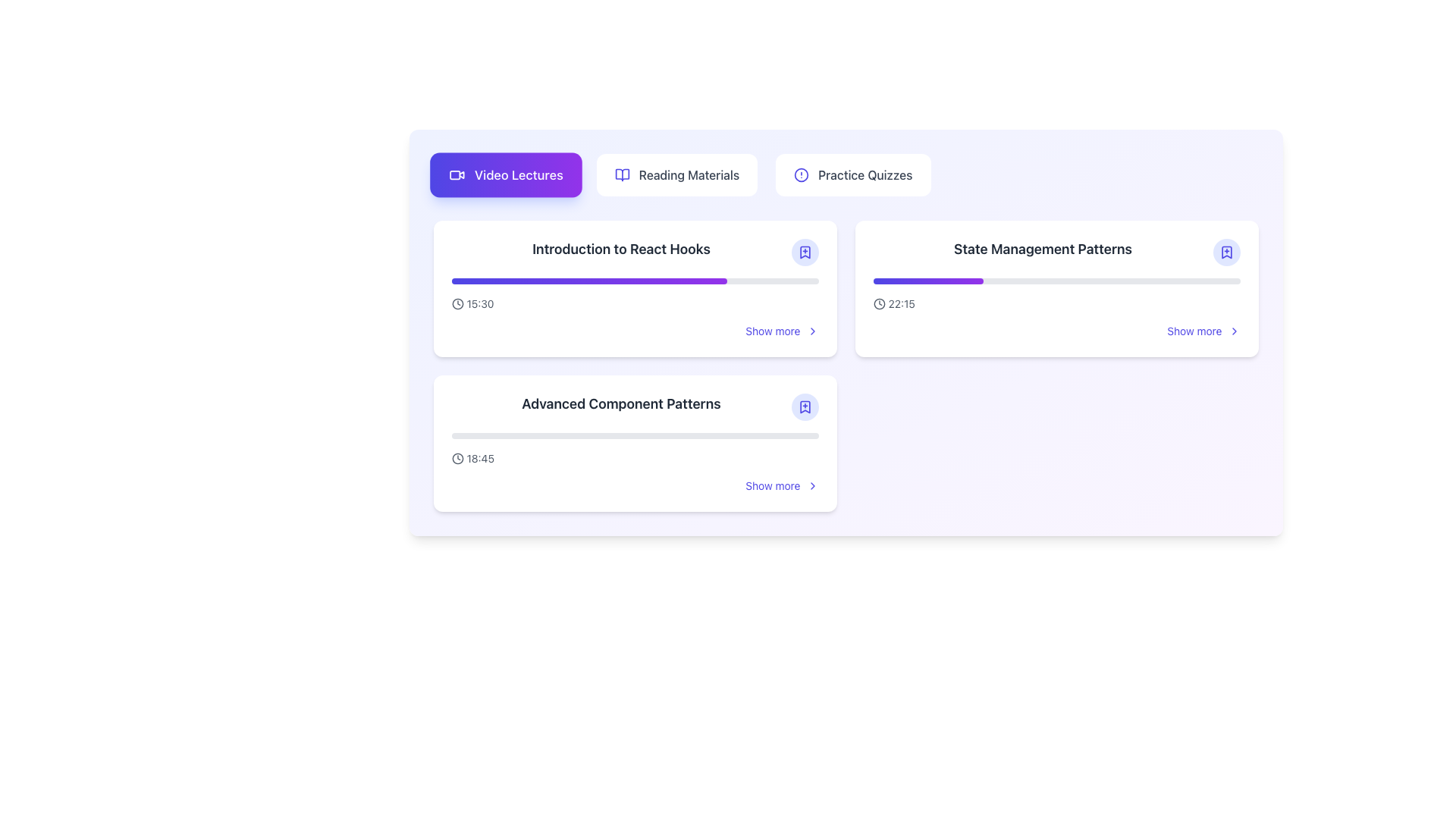  I want to click on the 'Show more' text link located in the bottom-right portion of the 'Introduction to React Hooks' card, so click(772, 330).